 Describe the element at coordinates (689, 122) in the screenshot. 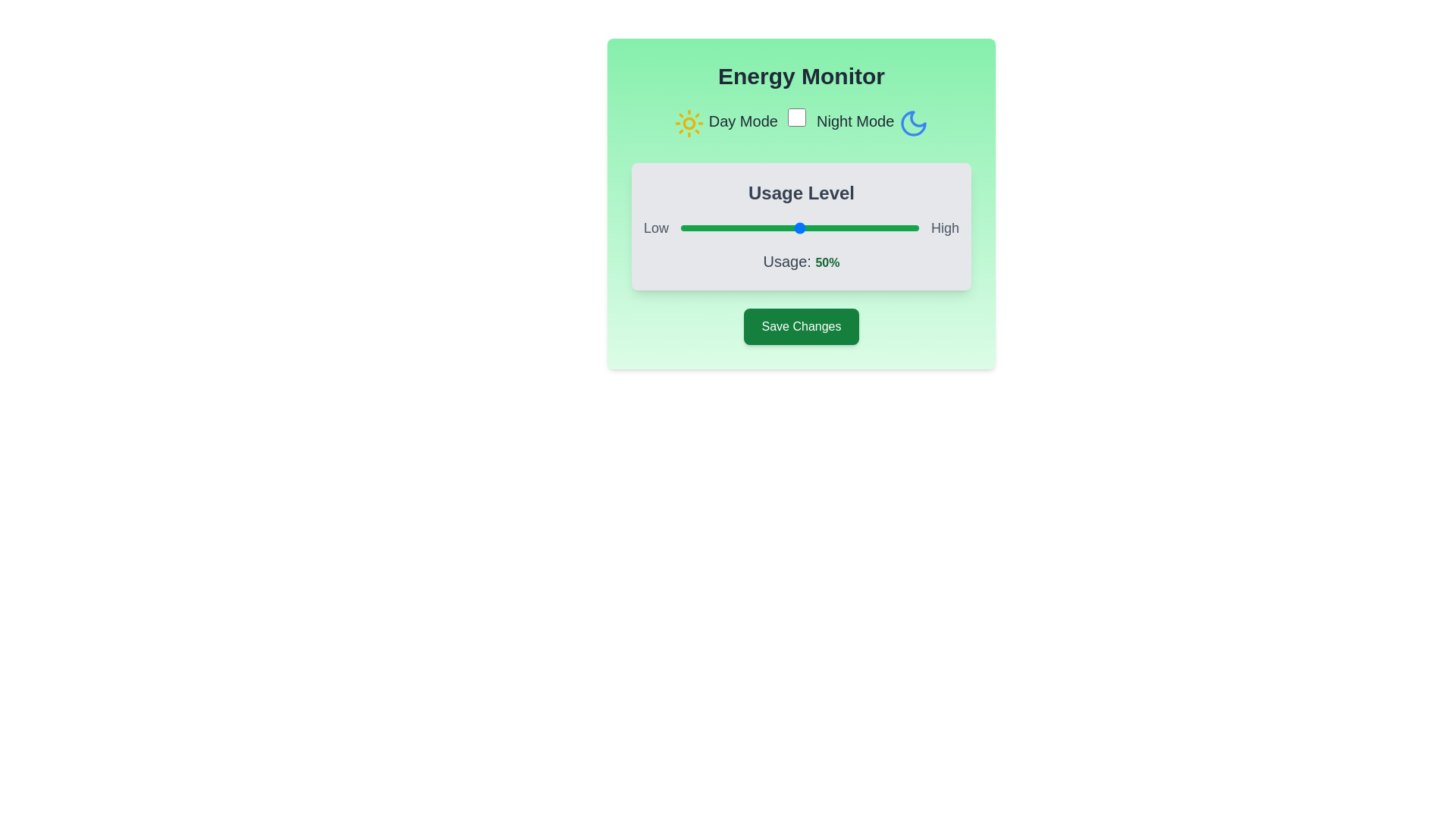

I see `the graphical icon component of the sun icon that represents 'Day Mode' located at the specified coordinates` at that location.